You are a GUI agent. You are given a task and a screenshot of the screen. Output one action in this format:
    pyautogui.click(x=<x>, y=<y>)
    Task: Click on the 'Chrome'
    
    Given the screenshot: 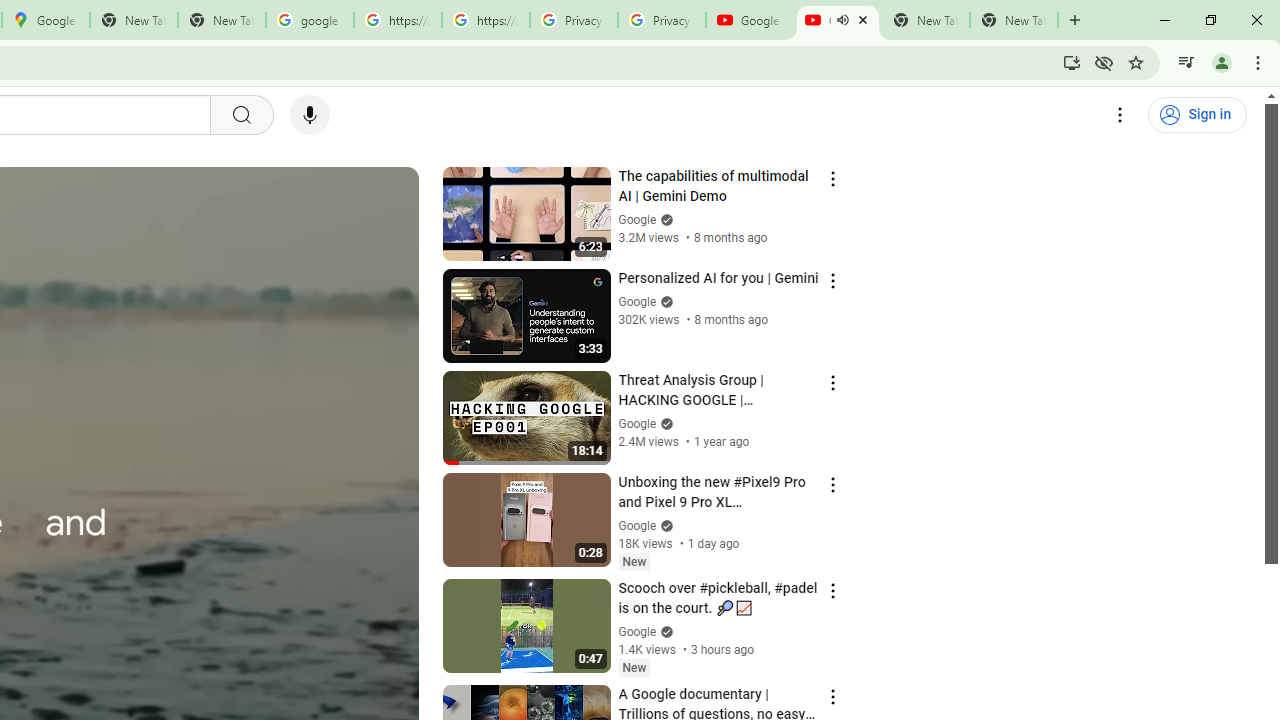 What is the action you would take?
    pyautogui.click(x=1259, y=61)
    